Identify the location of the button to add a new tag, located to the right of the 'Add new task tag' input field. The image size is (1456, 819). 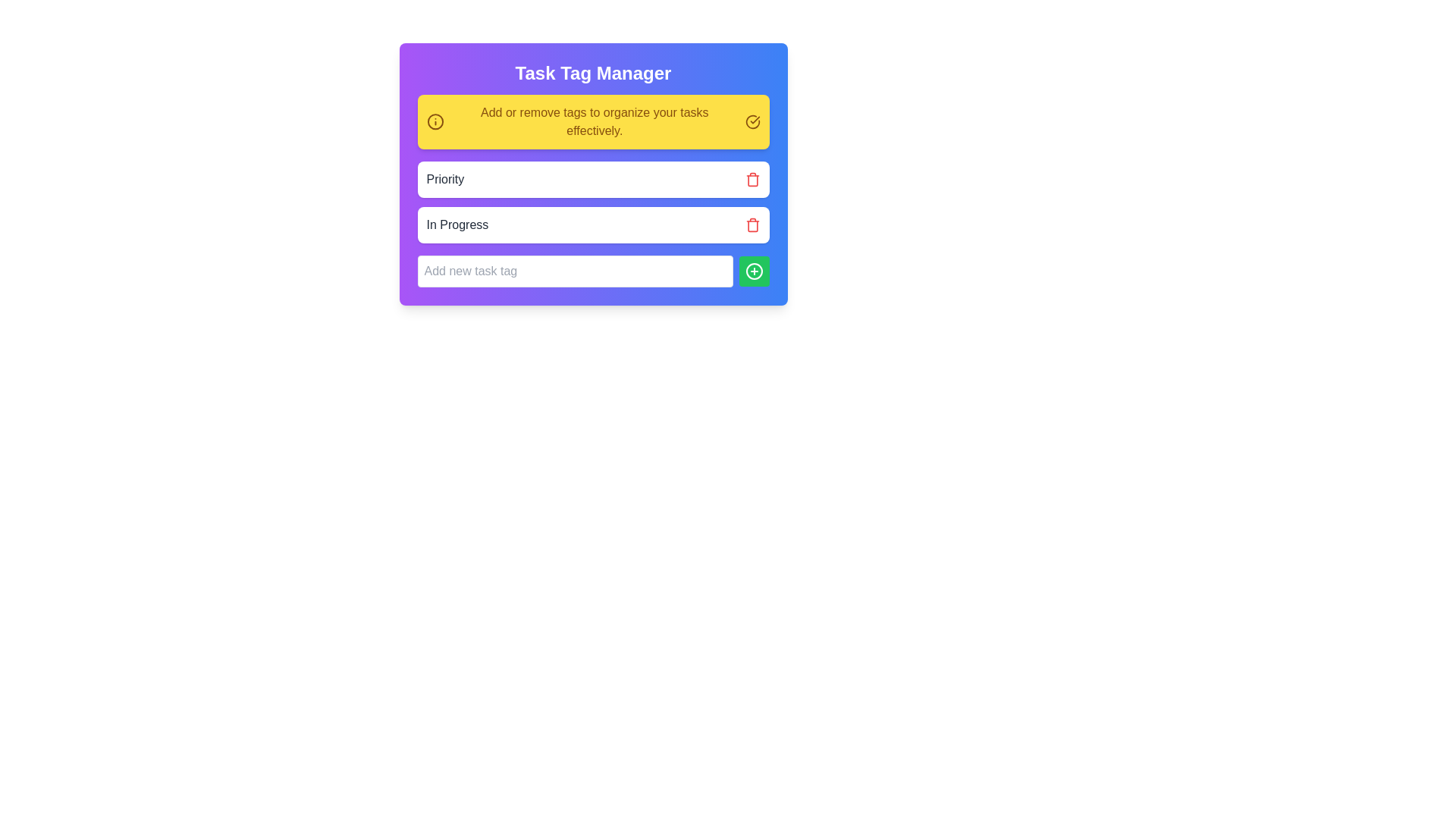
(754, 271).